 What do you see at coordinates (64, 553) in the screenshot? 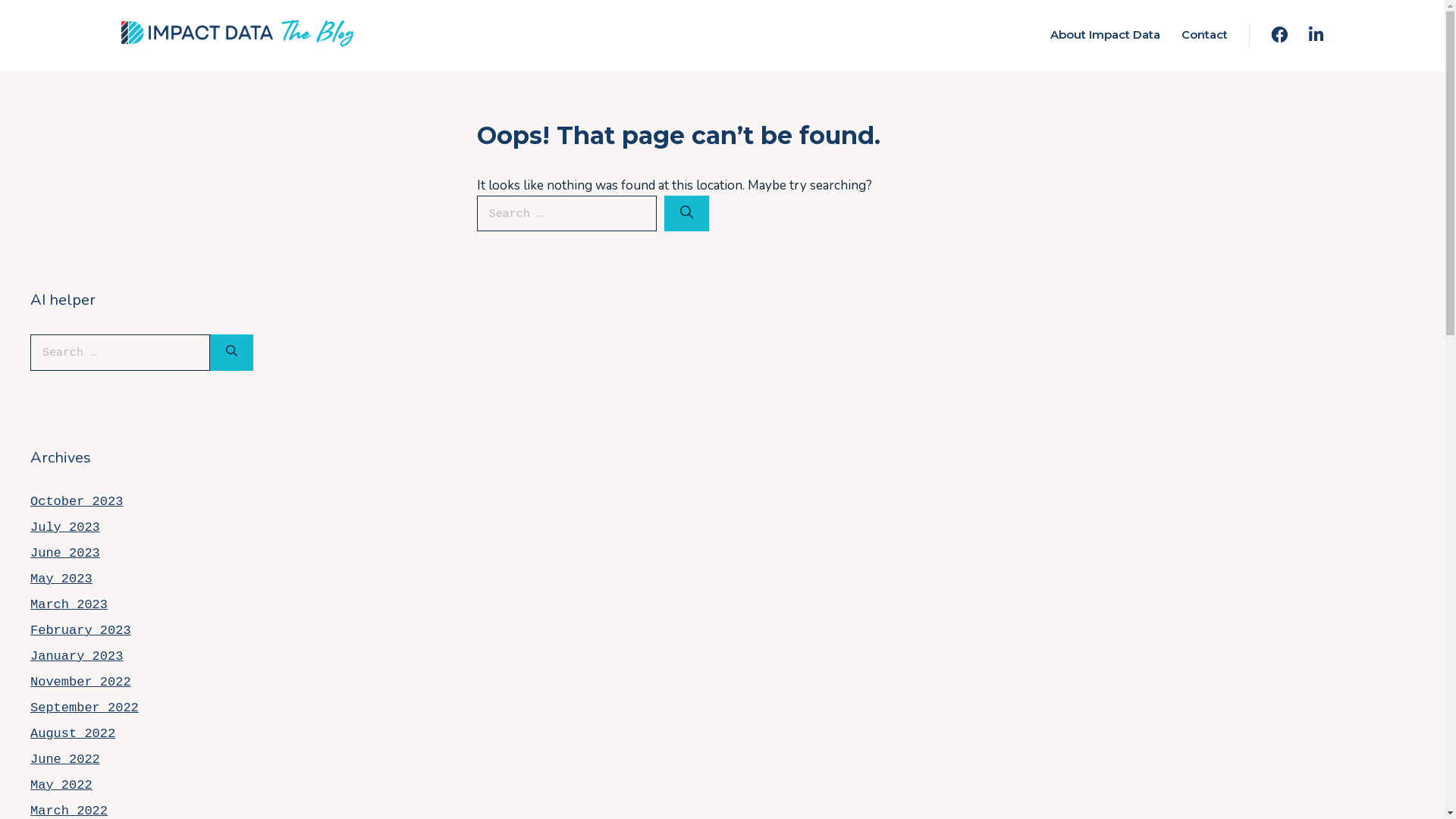
I see `'June 2023'` at bounding box center [64, 553].